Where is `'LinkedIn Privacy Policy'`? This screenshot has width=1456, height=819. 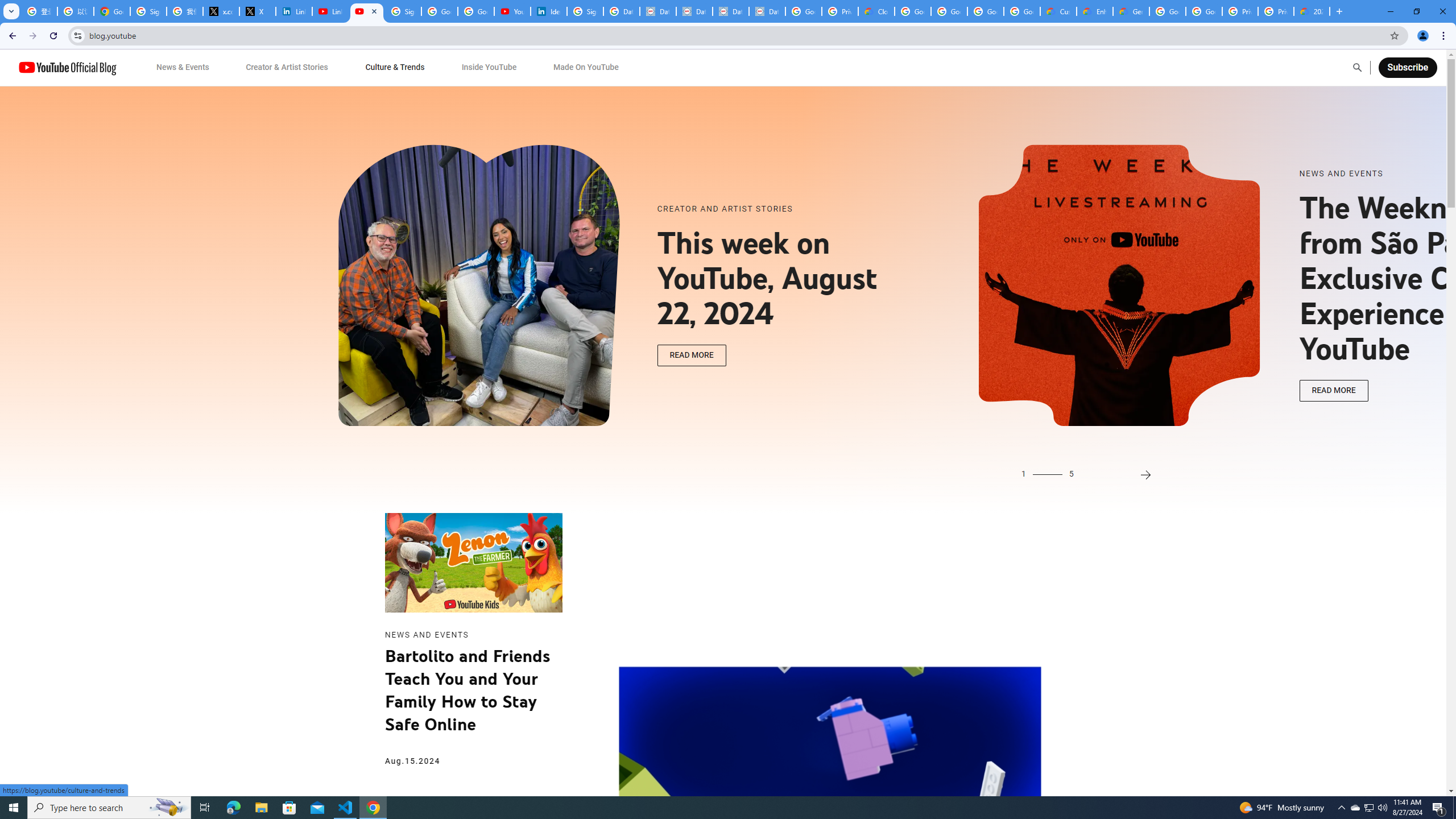 'LinkedIn Privacy Policy' is located at coordinates (294, 11).